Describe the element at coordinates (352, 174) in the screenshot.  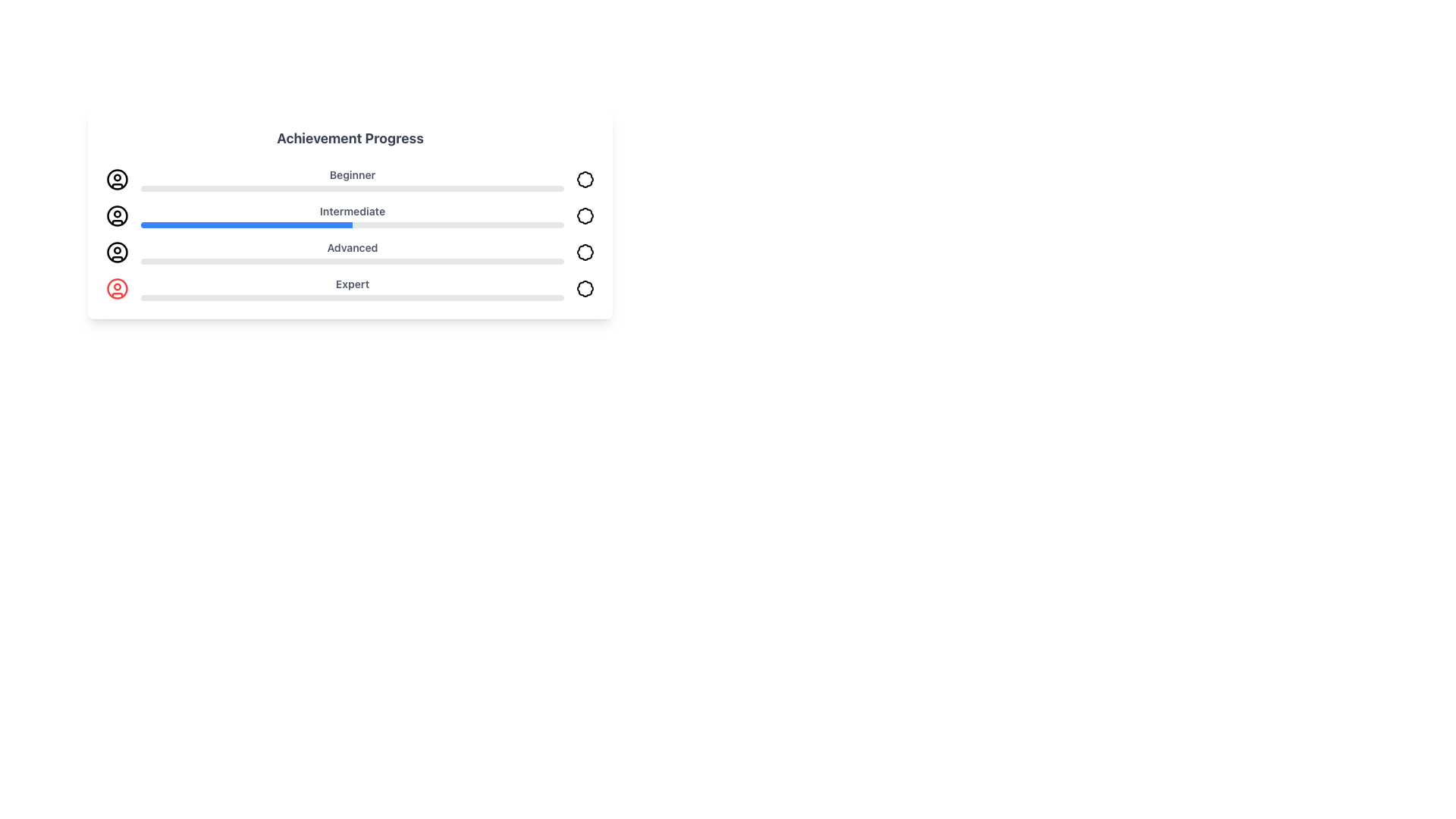
I see `the text label displaying 'Beginner', which is styled with small, bold fonts and gray color, positioned in the first row of the progress levels` at that location.